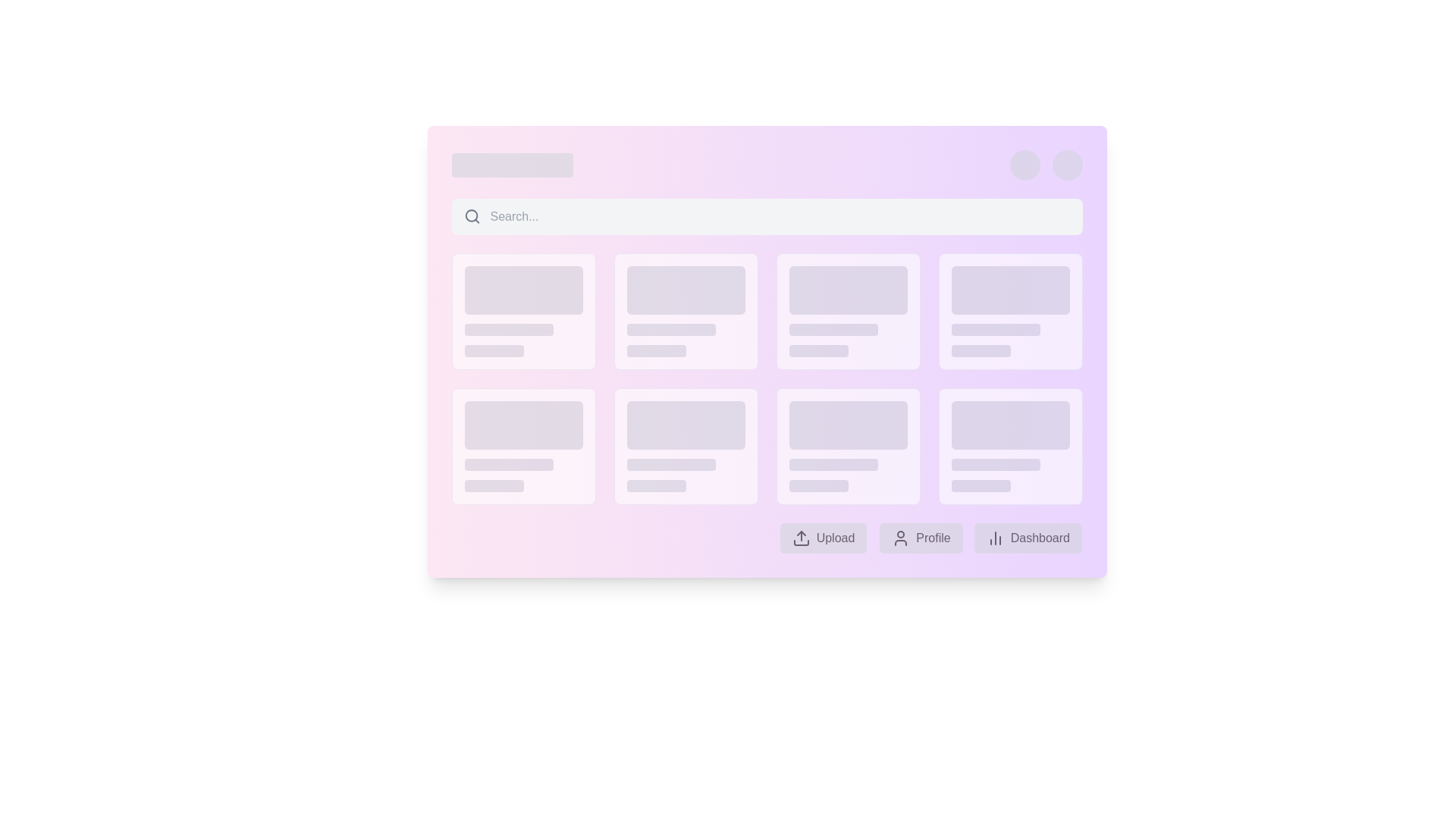 Image resolution: width=1456 pixels, height=819 pixels. What do you see at coordinates (996, 329) in the screenshot?
I see `the visual representation of the Placeholder bar, which is a horizontal bar with rounded edges, light gray in color, centrally aligned and located below a larger rounded rectangle` at bounding box center [996, 329].